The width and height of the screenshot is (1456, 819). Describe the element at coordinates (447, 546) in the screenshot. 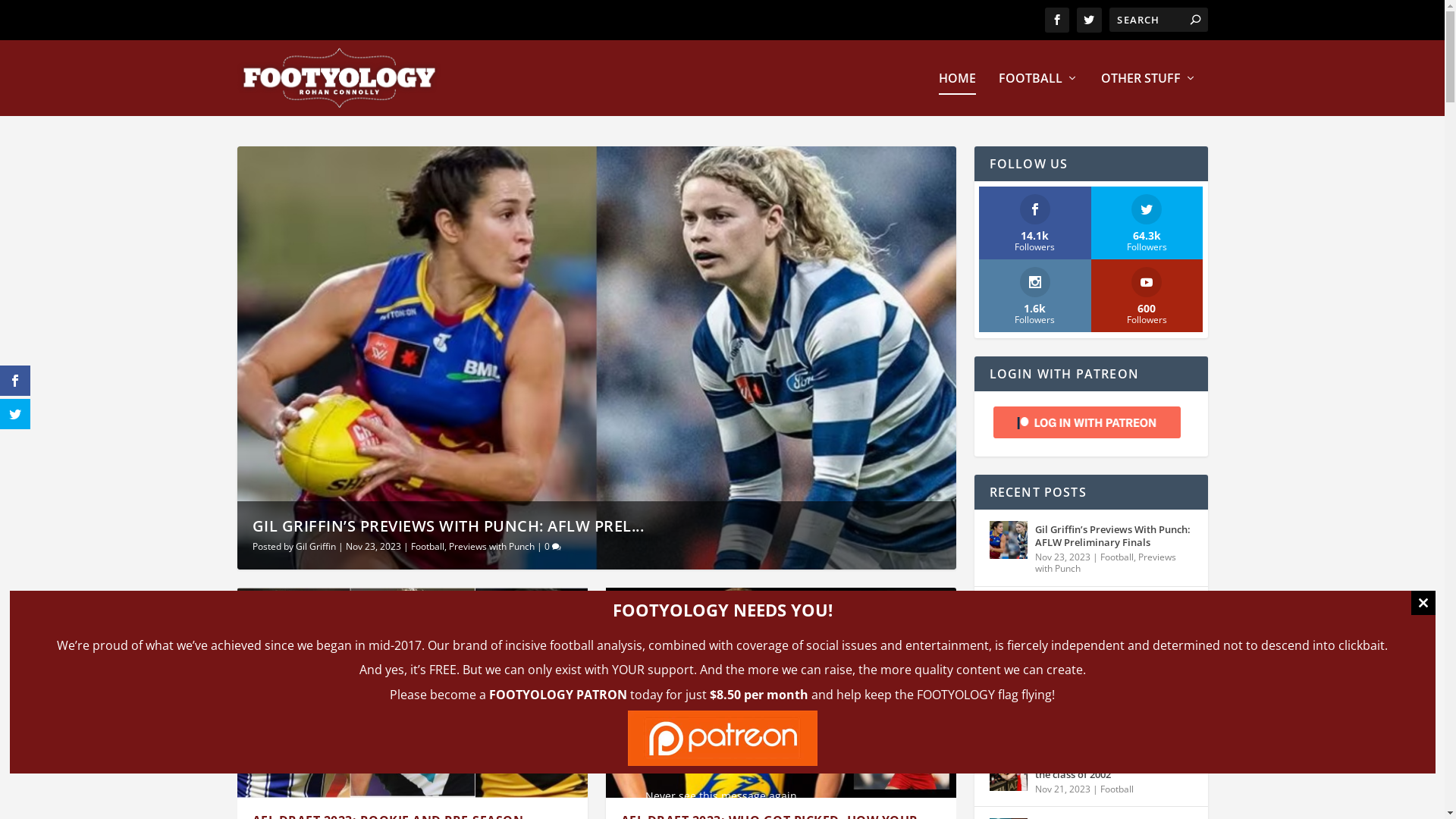

I see `'Previews with Punch'` at that location.